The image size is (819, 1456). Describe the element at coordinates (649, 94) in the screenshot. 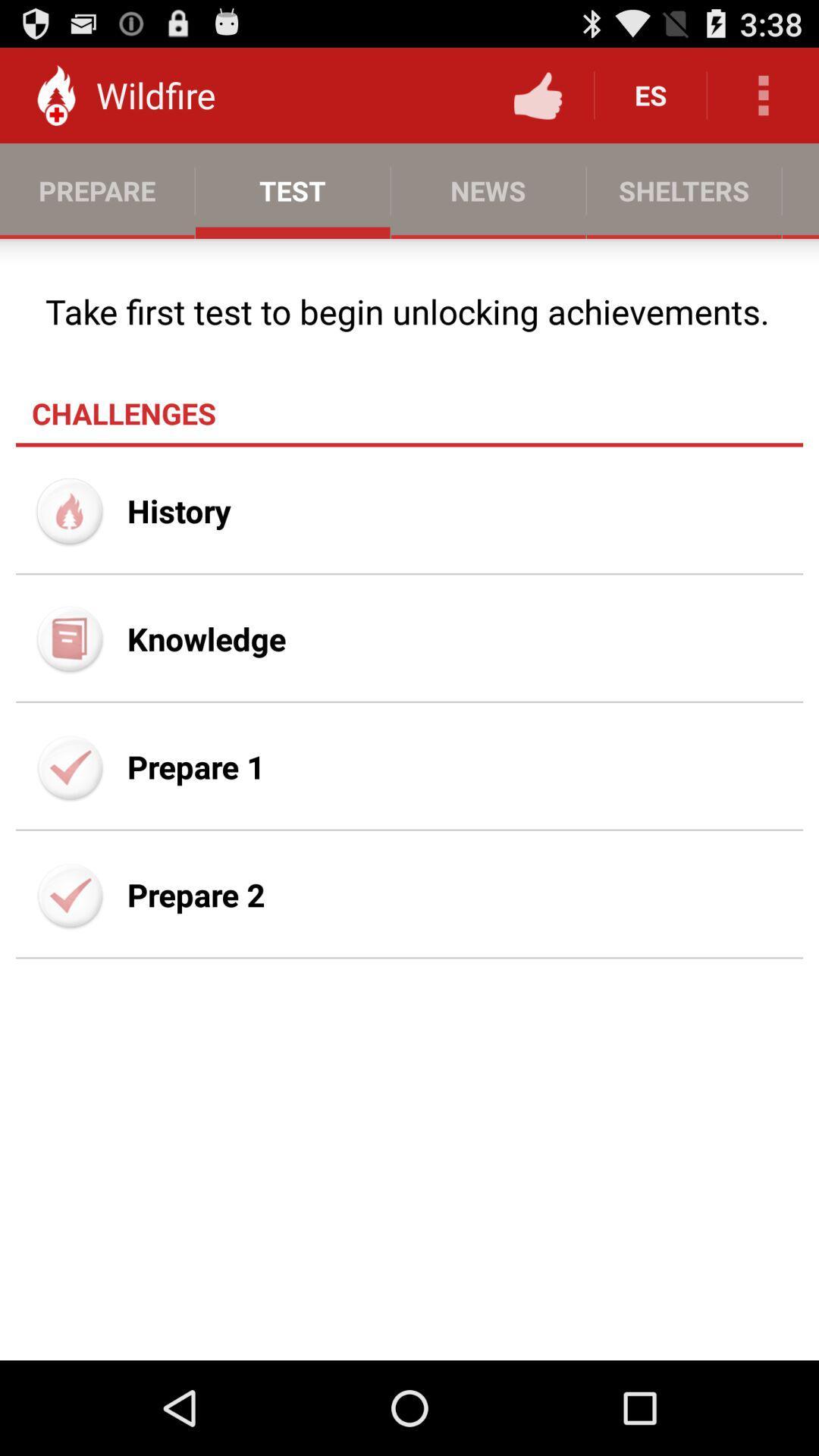

I see `es` at that location.